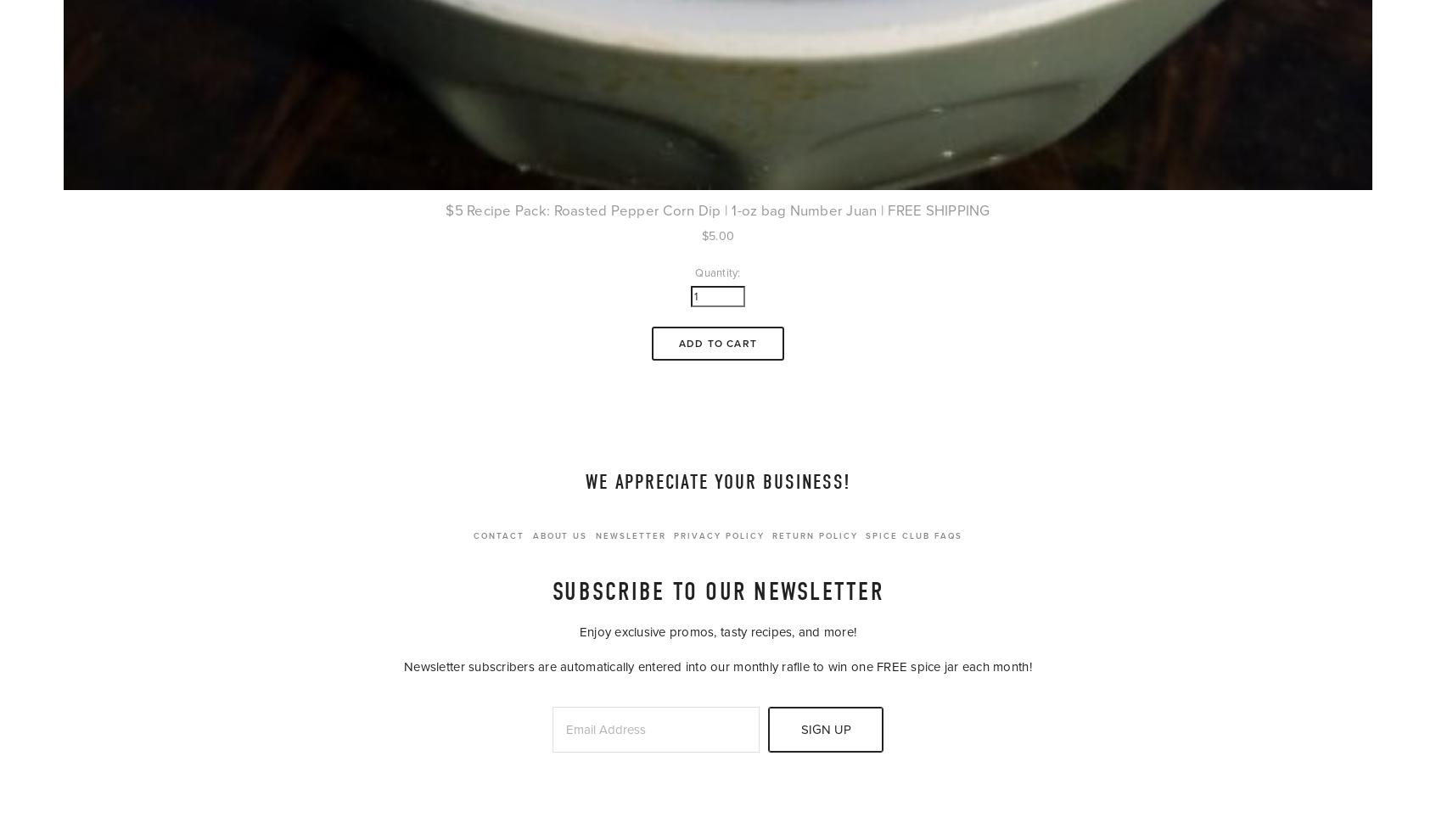 The width and height of the screenshot is (1436, 840). I want to click on '$5 Recipe Pack: Roasted Pepper Corn Dip | 1-oz bag Number Juan | FREE SHIPPING', so click(717, 210).